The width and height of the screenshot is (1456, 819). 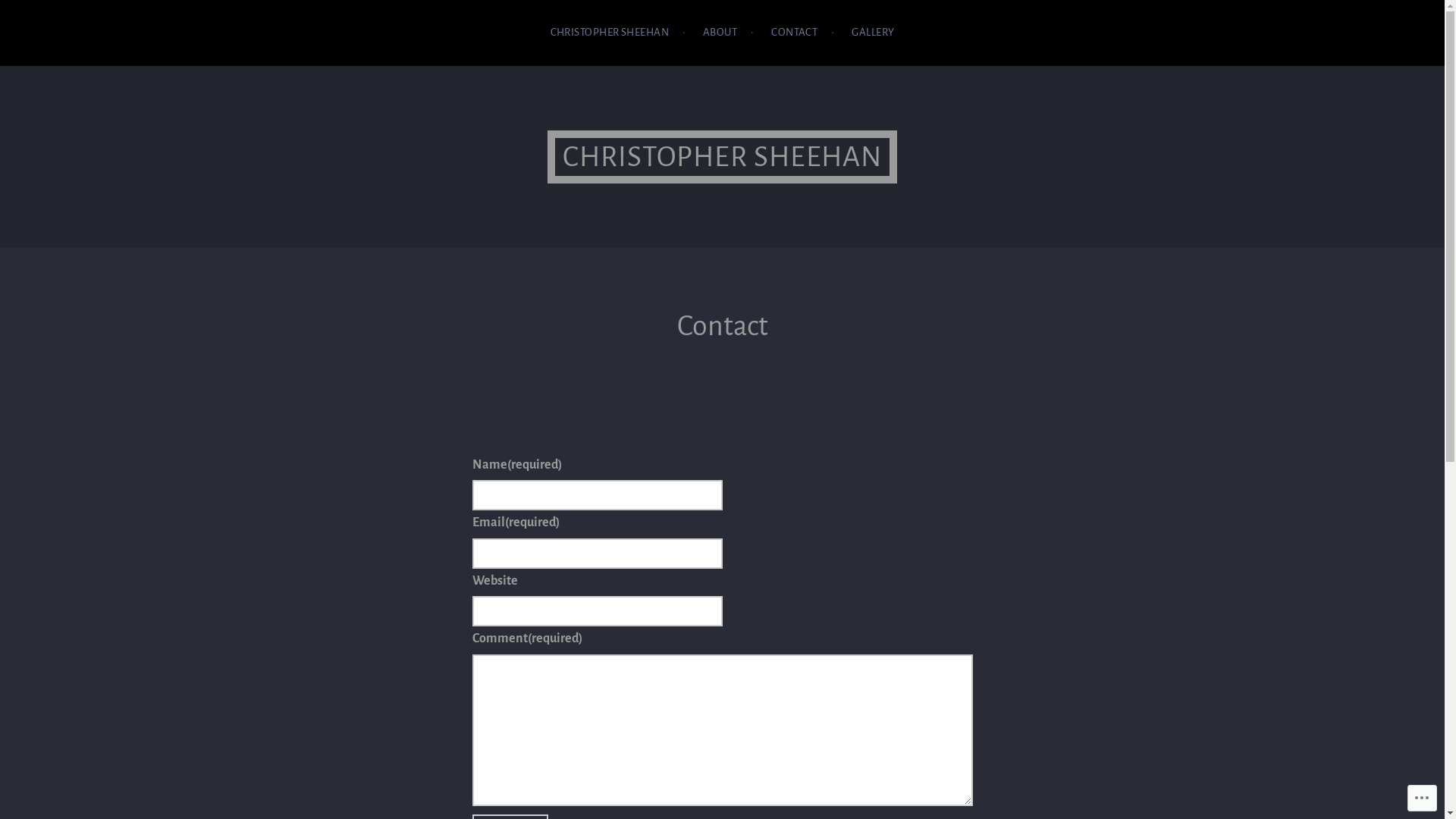 What do you see at coordinates (701, 33) in the screenshot?
I see `'ABOUT'` at bounding box center [701, 33].